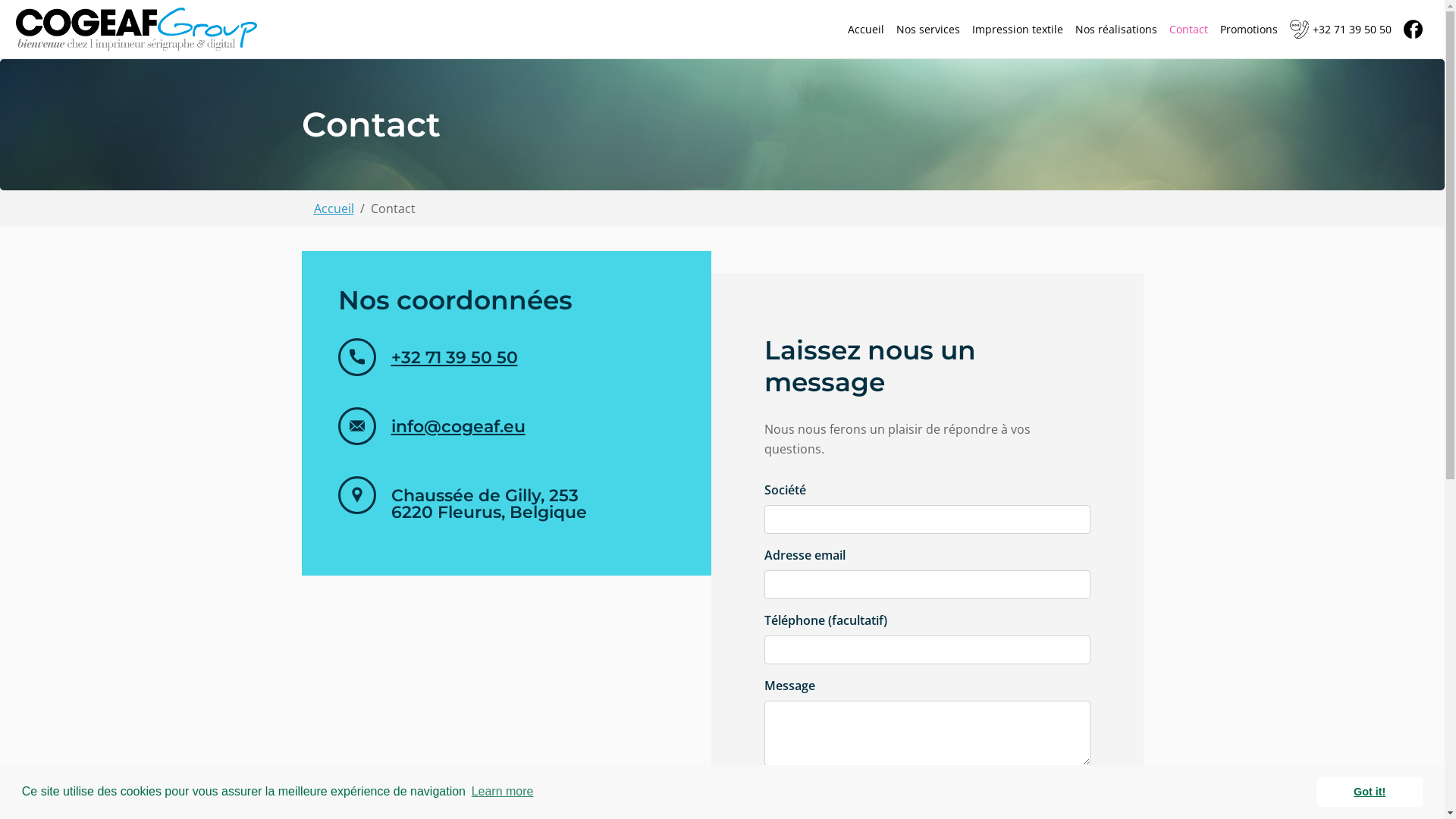 Image resolution: width=1456 pixels, height=819 pixels. I want to click on 'Accueil', so click(866, 29).